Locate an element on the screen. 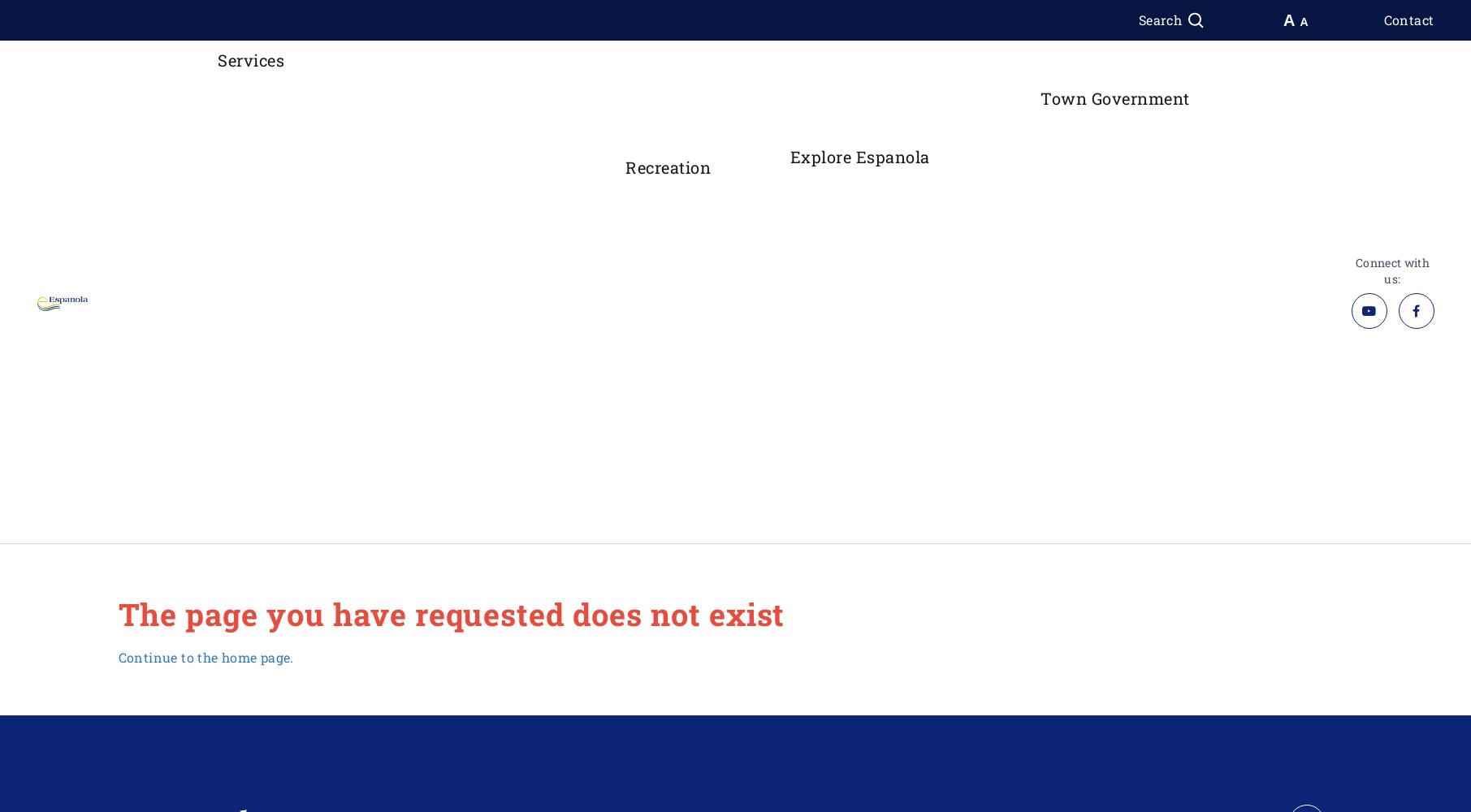  'Continue to the home page.' is located at coordinates (205, 656).